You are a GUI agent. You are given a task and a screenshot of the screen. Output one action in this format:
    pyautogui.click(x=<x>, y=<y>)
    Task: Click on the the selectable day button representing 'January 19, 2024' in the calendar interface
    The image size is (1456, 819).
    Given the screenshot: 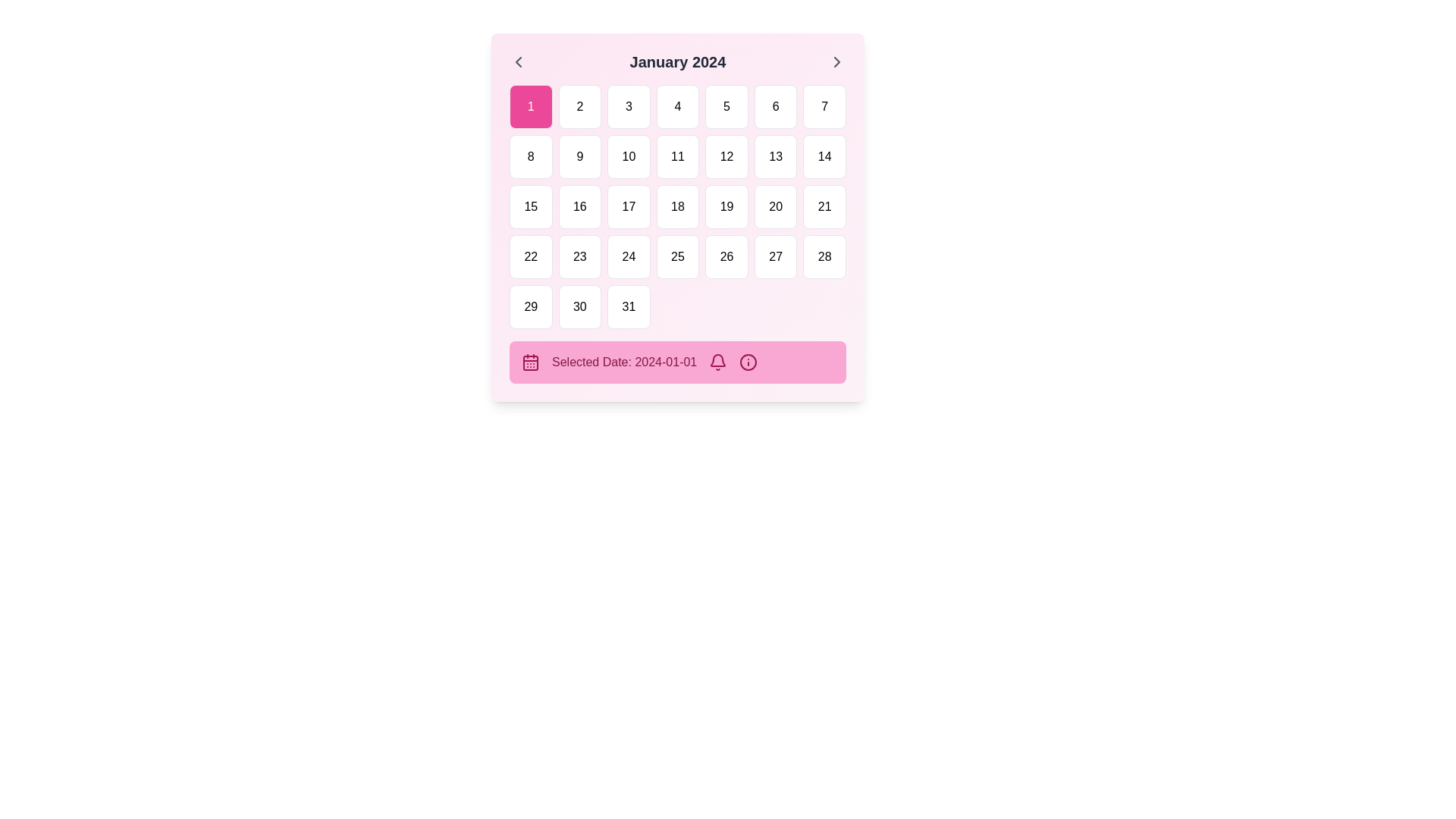 What is the action you would take?
    pyautogui.click(x=726, y=207)
    